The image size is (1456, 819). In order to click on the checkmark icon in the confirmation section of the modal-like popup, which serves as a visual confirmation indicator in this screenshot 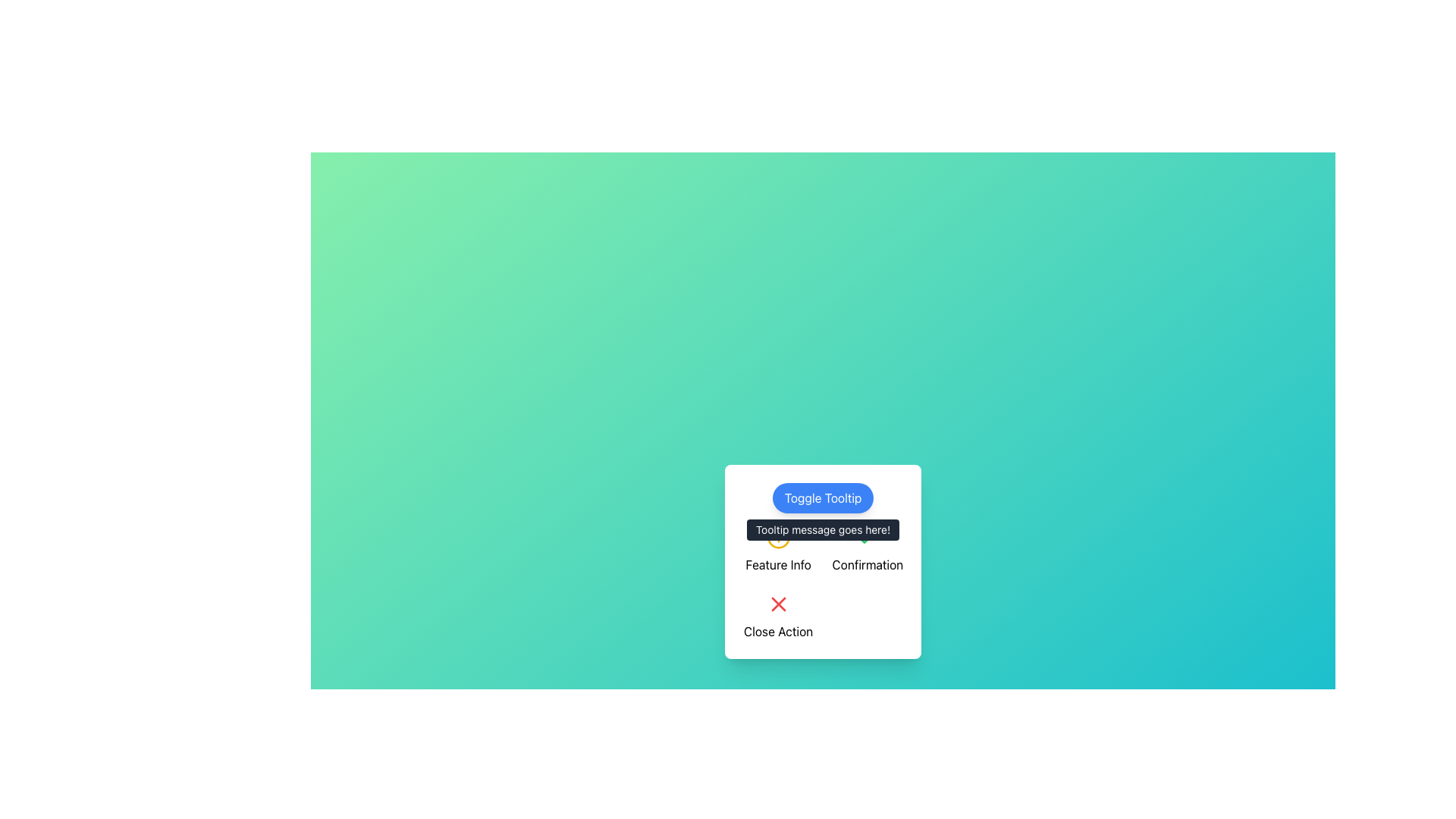, I will do `click(868, 536)`.